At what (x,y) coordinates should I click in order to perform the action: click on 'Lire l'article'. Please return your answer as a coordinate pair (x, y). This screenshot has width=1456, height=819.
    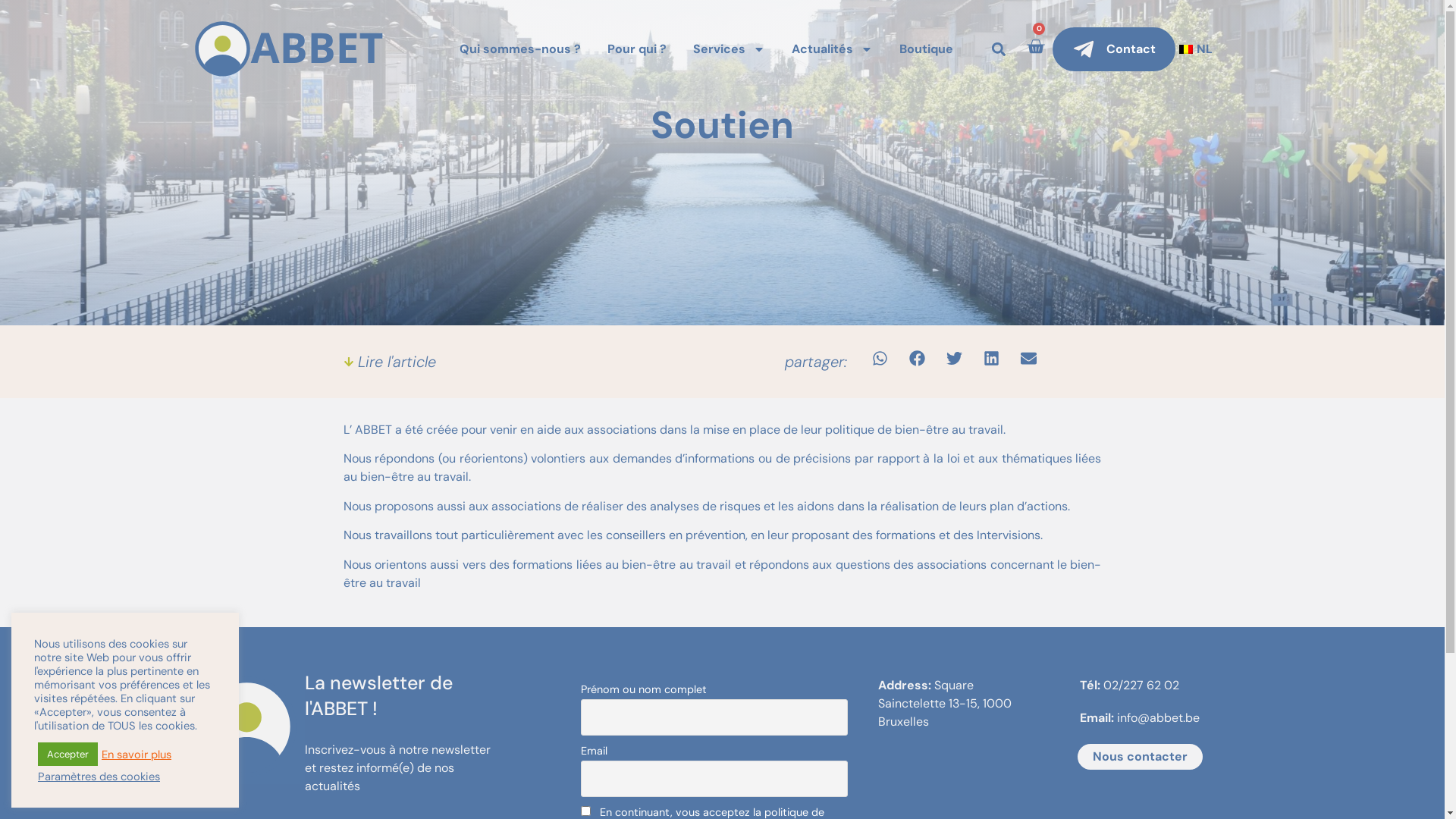
    Looking at the image, I should click on (389, 362).